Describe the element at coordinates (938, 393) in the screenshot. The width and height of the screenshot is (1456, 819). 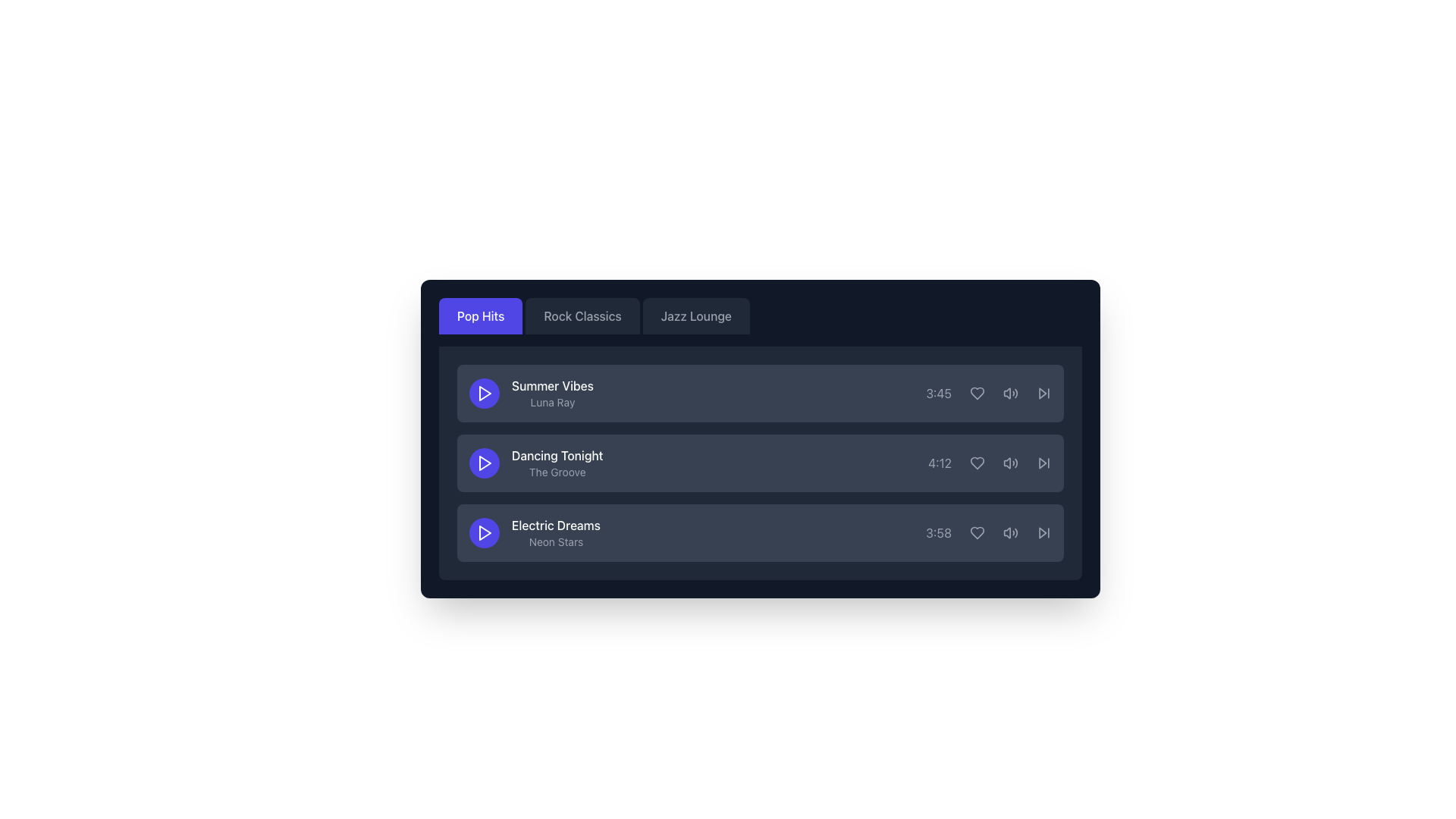
I see `the informational label that indicates the total duration of the first listed item, located to the right of the title 'Summer Vibes - Luna Ray'` at that location.